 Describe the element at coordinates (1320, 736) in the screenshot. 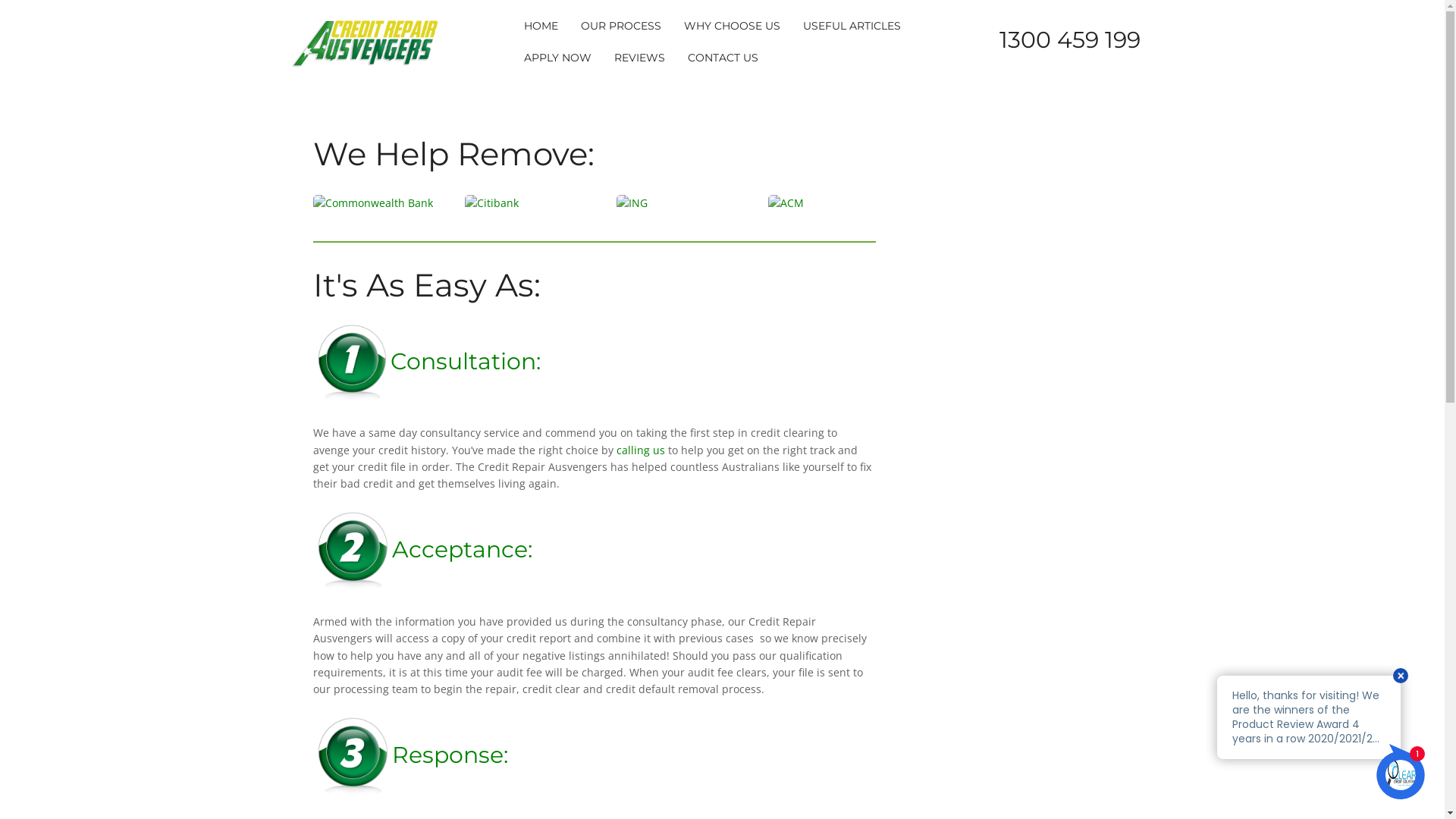

I see `'Chat with us'` at that location.